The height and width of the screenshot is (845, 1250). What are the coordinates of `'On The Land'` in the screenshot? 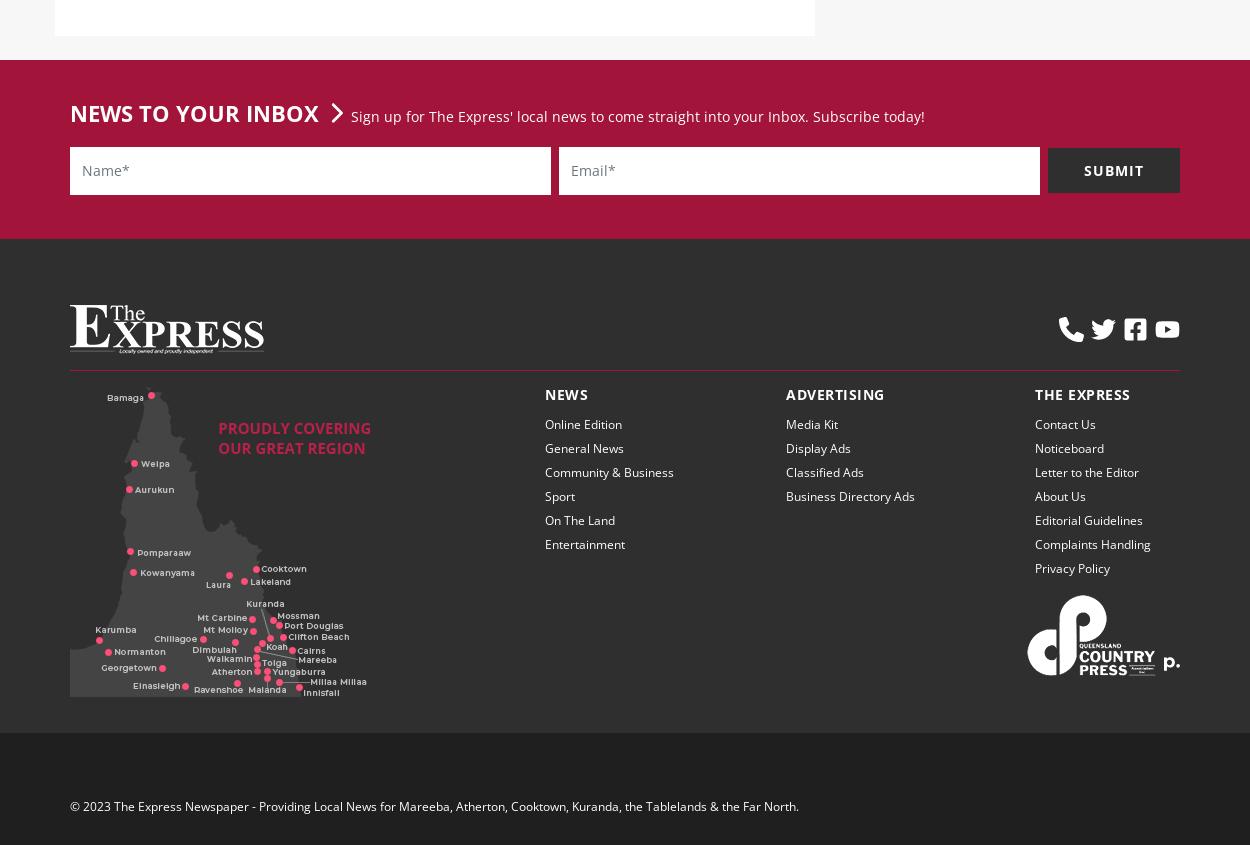 It's located at (579, 535).